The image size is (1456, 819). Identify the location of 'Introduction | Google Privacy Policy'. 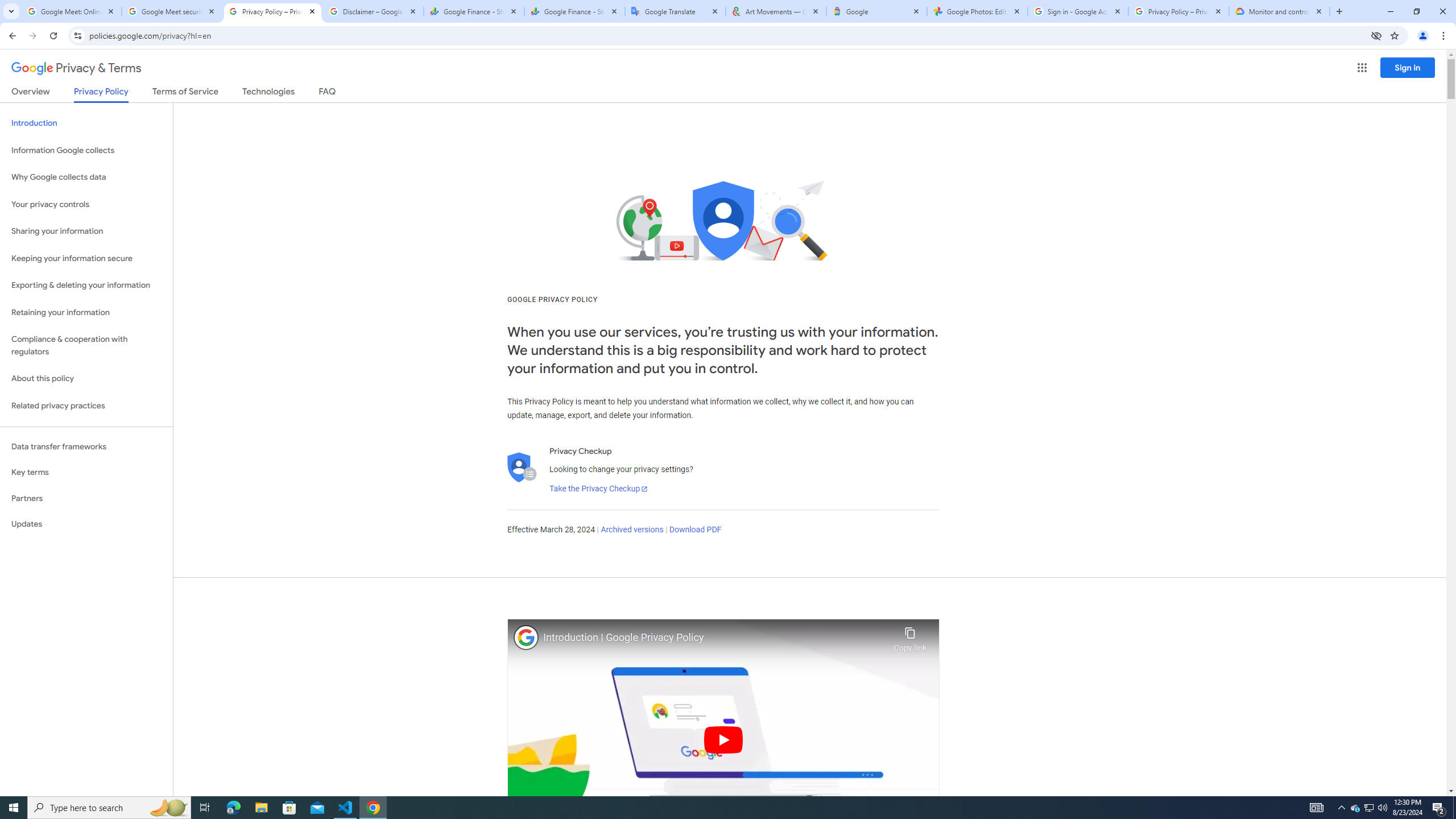
(715, 638).